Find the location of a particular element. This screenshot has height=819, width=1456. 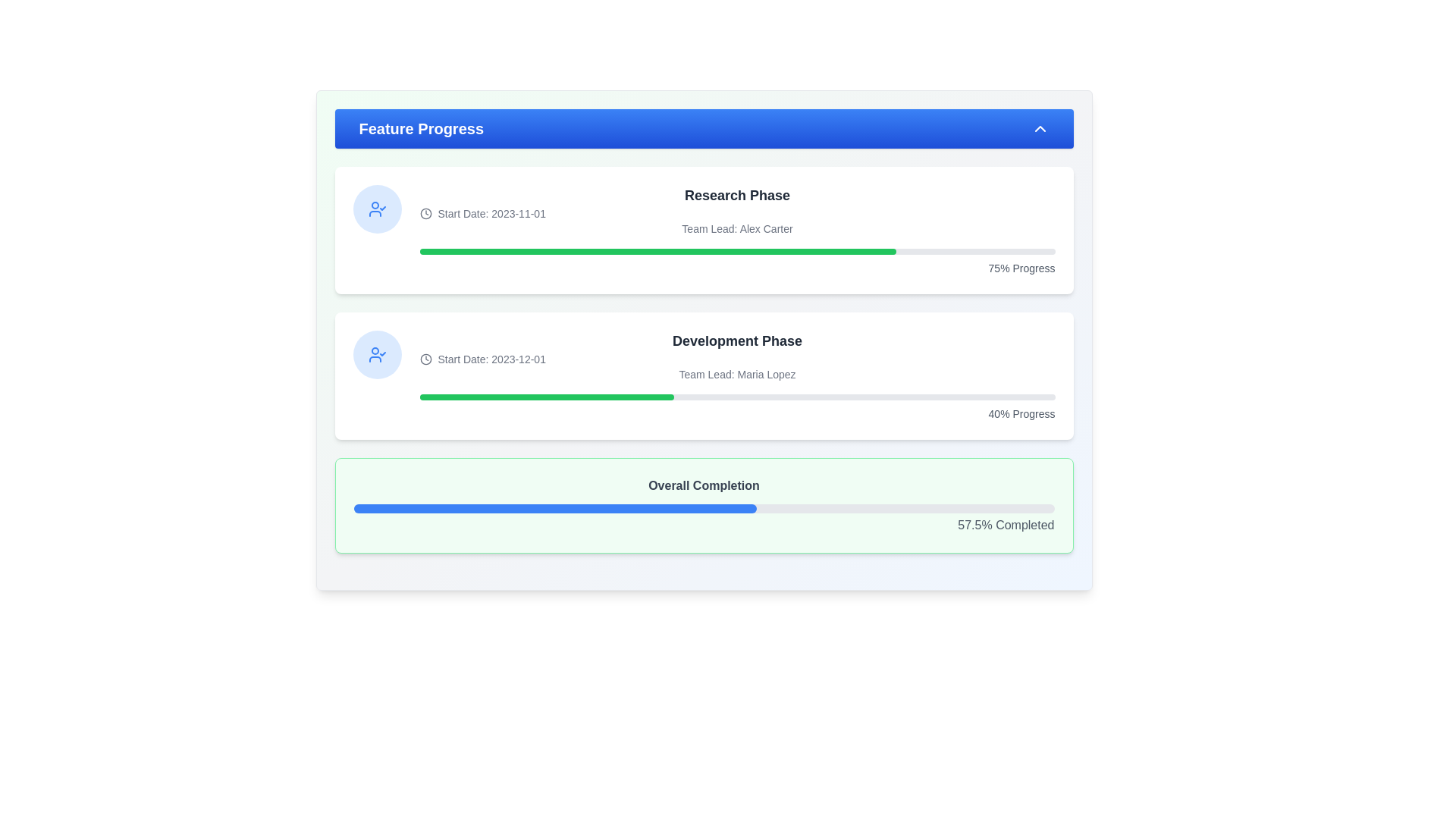

the chevron-up icon in the top right corner of the 'Feature Progress' header is located at coordinates (1039, 127).